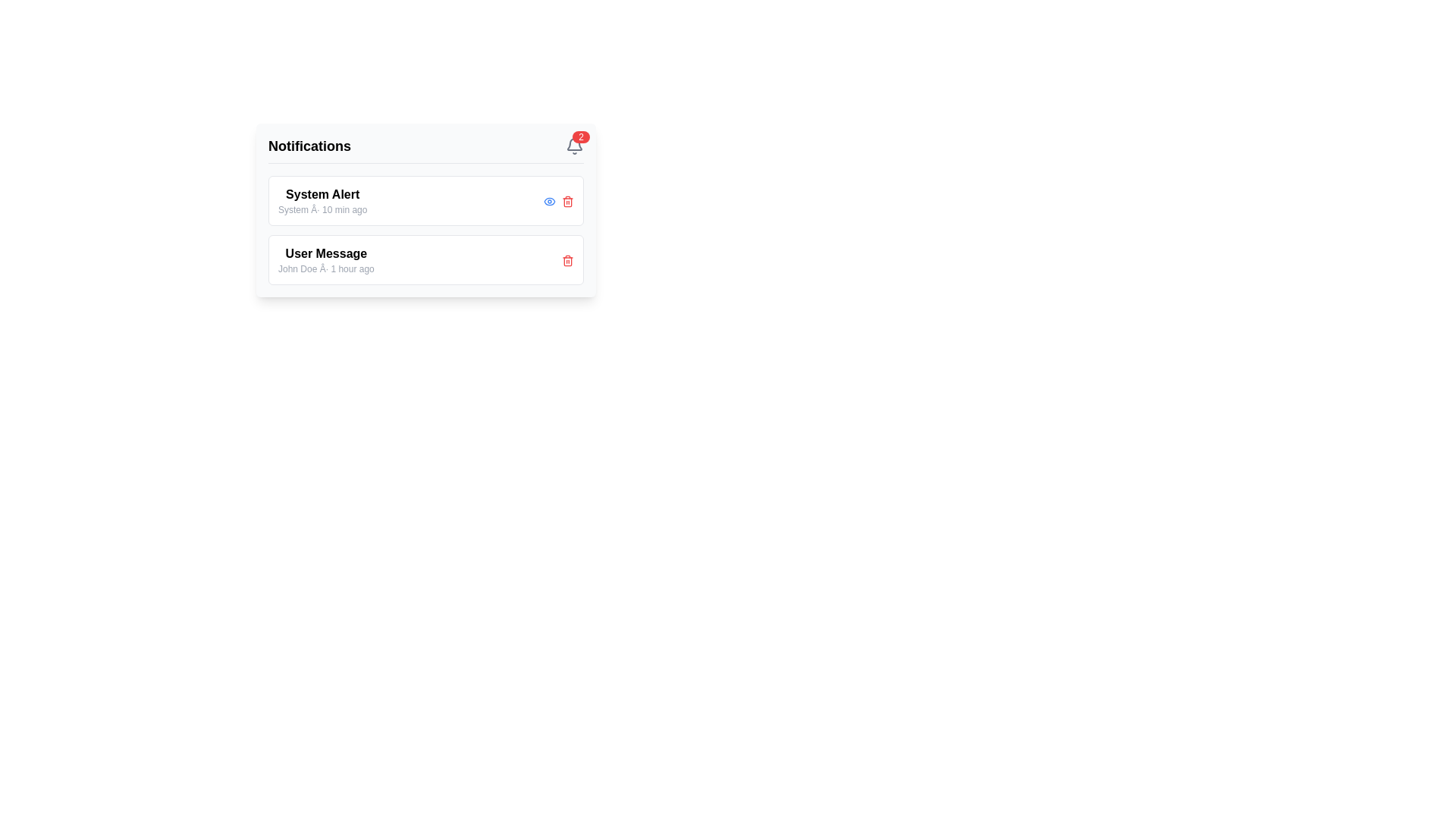 Image resolution: width=1456 pixels, height=819 pixels. What do you see at coordinates (425, 231) in the screenshot?
I see `the Notification summary block containing 'System Alert' and 'User Message'` at bounding box center [425, 231].